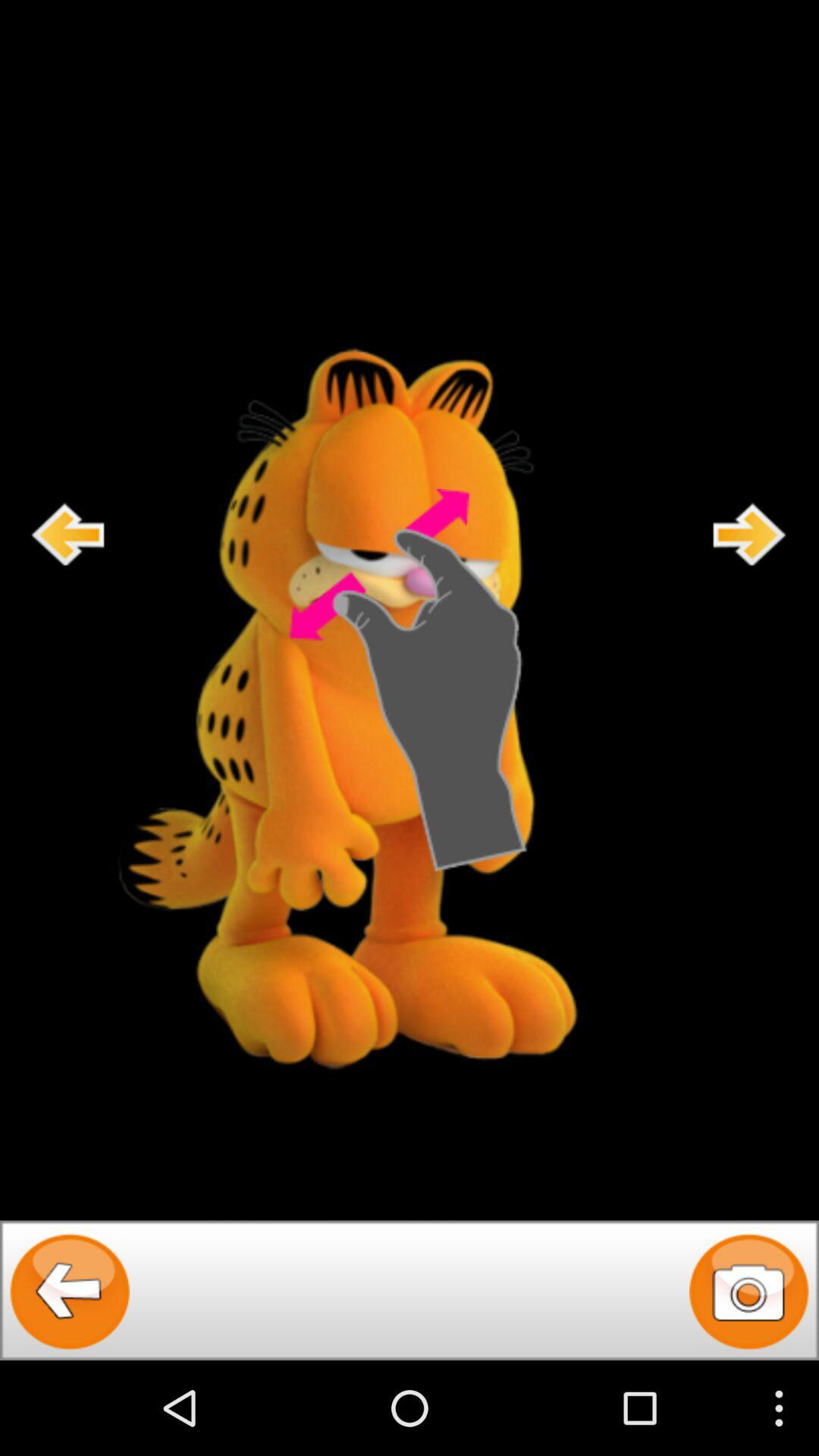 This screenshot has height=1456, width=819. I want to click on expand the screen, so click(408, 679).